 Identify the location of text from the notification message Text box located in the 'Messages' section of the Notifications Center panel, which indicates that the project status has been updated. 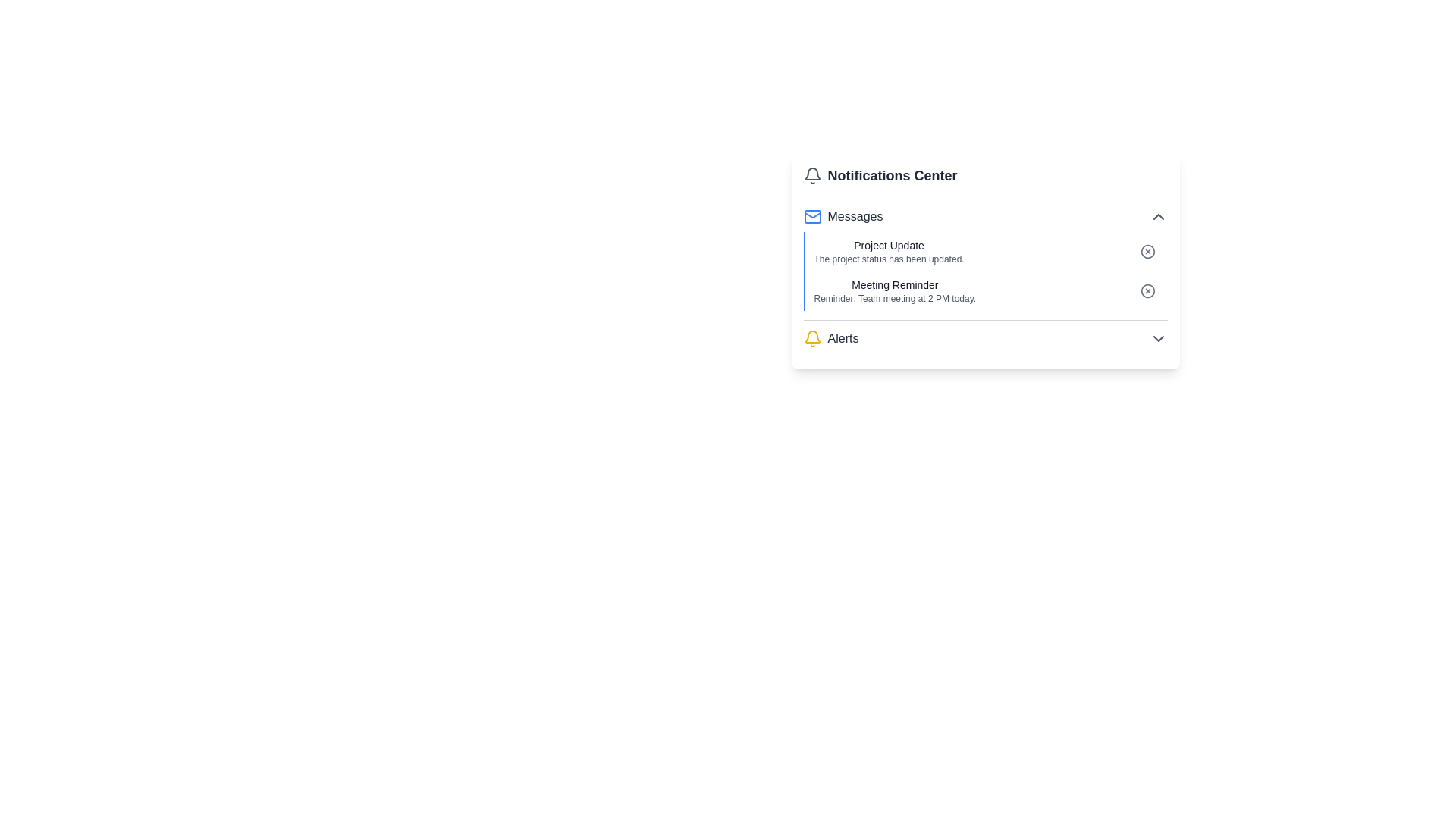
(889, 250).